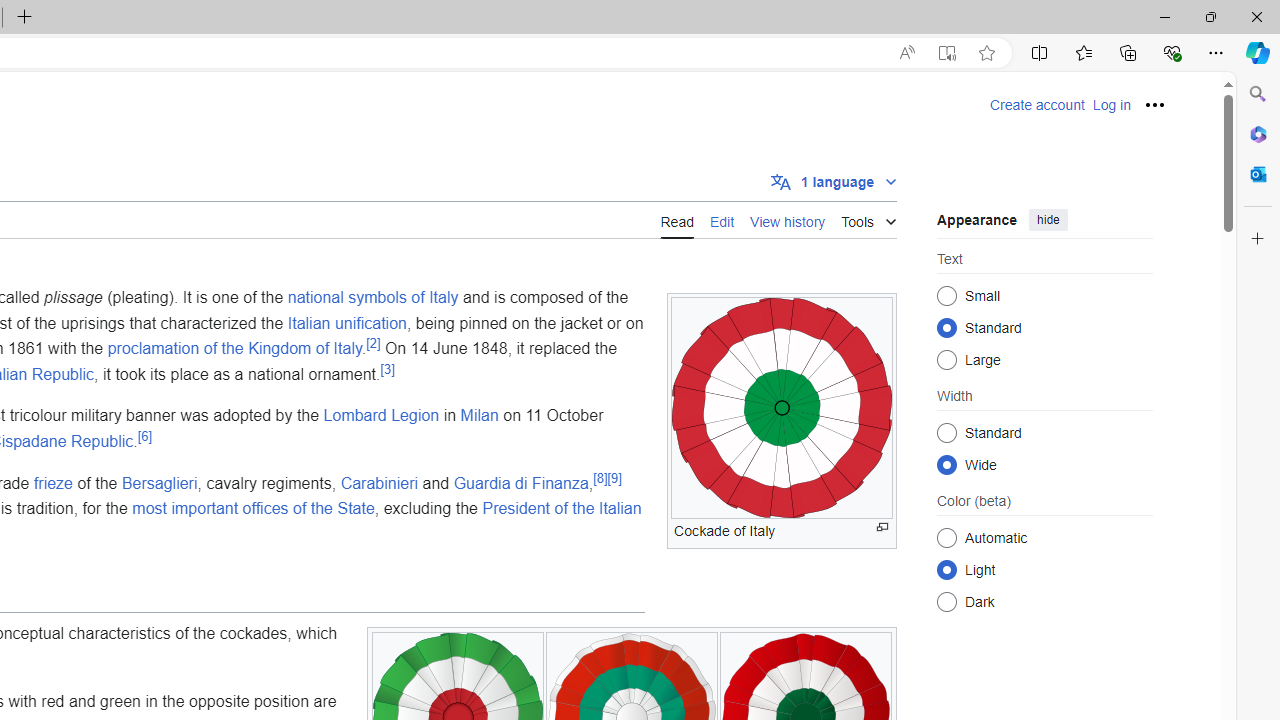  What do you see at coordinates (613, 478) in the screenshot?
I see `'[9]'` at bounding box center [613, 478].